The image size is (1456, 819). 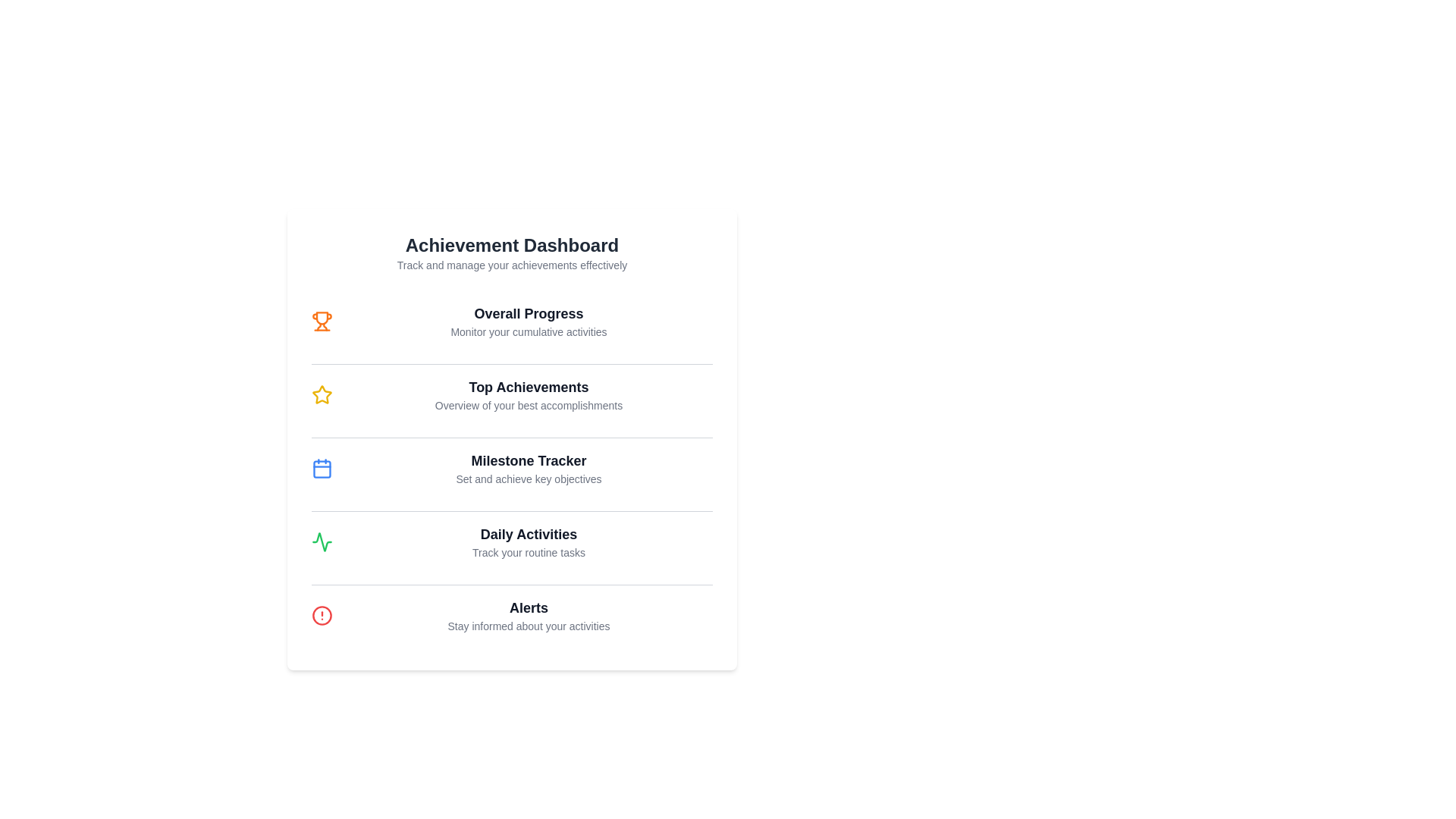 I want to click on text displayed in the Textual Information section located under the Achievement Dashboard header, positioned to the right of the orange trophy icon, so click(x=529, y=321).